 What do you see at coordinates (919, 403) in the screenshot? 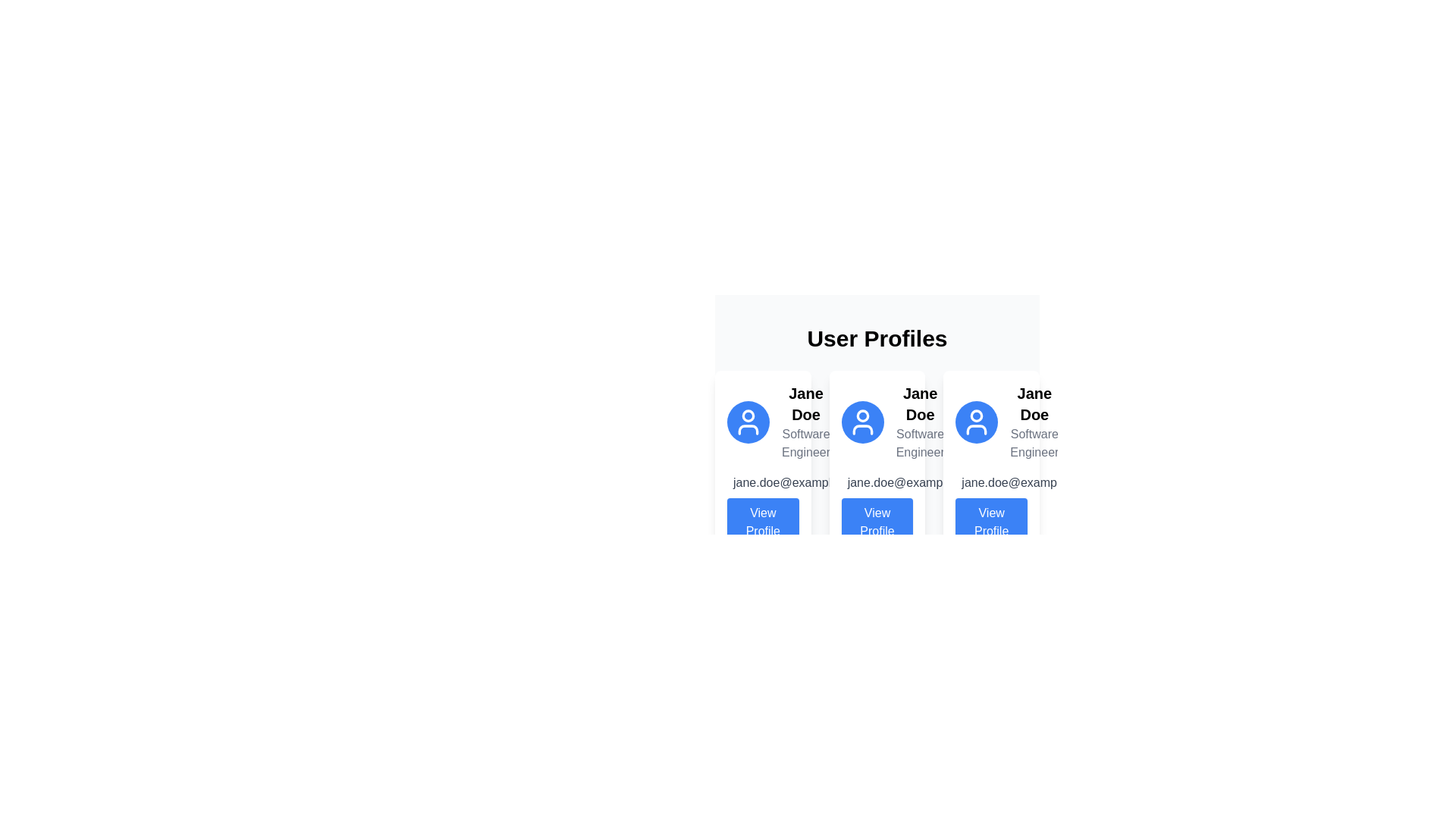
I see `the text label 'Jane Doe' which is styled in bold and large font size, located within a user profile card above the text 'Software Engineer'` at bounding box center [919, 403].